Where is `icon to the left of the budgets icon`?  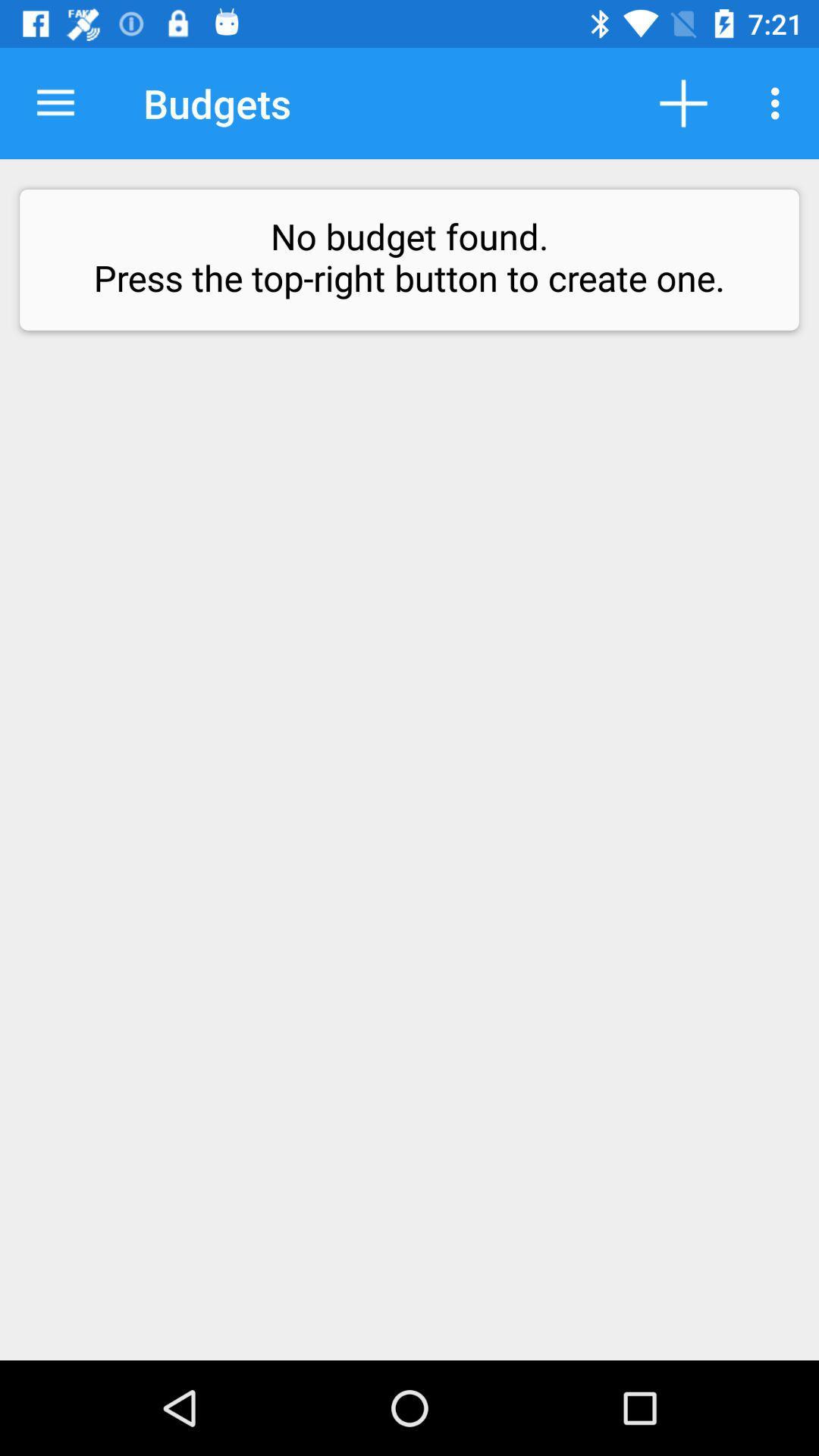
icon to the left of the budgets icon is located at coordinates (55, 102).